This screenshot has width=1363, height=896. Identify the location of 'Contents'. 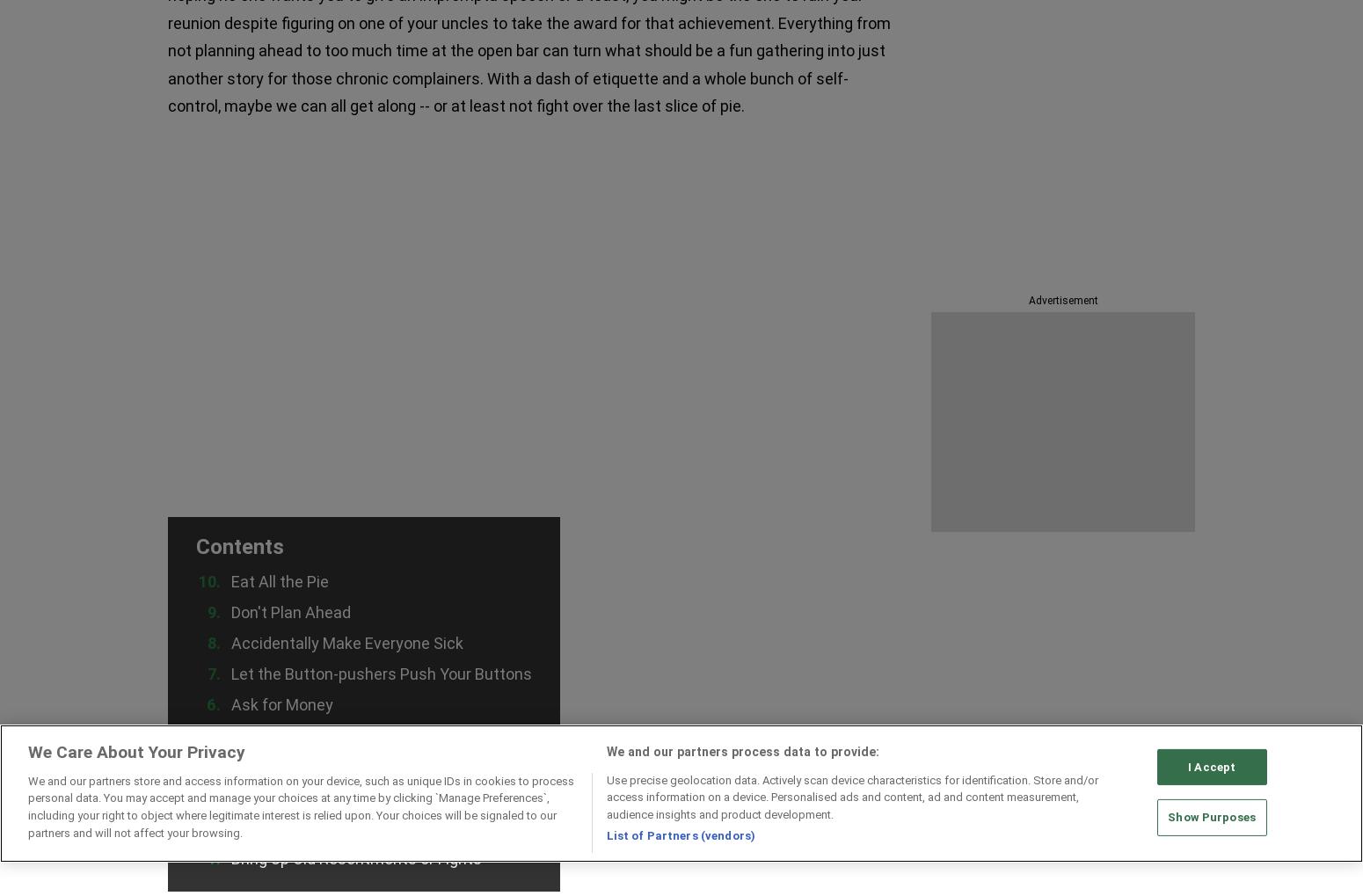
(195, 545).